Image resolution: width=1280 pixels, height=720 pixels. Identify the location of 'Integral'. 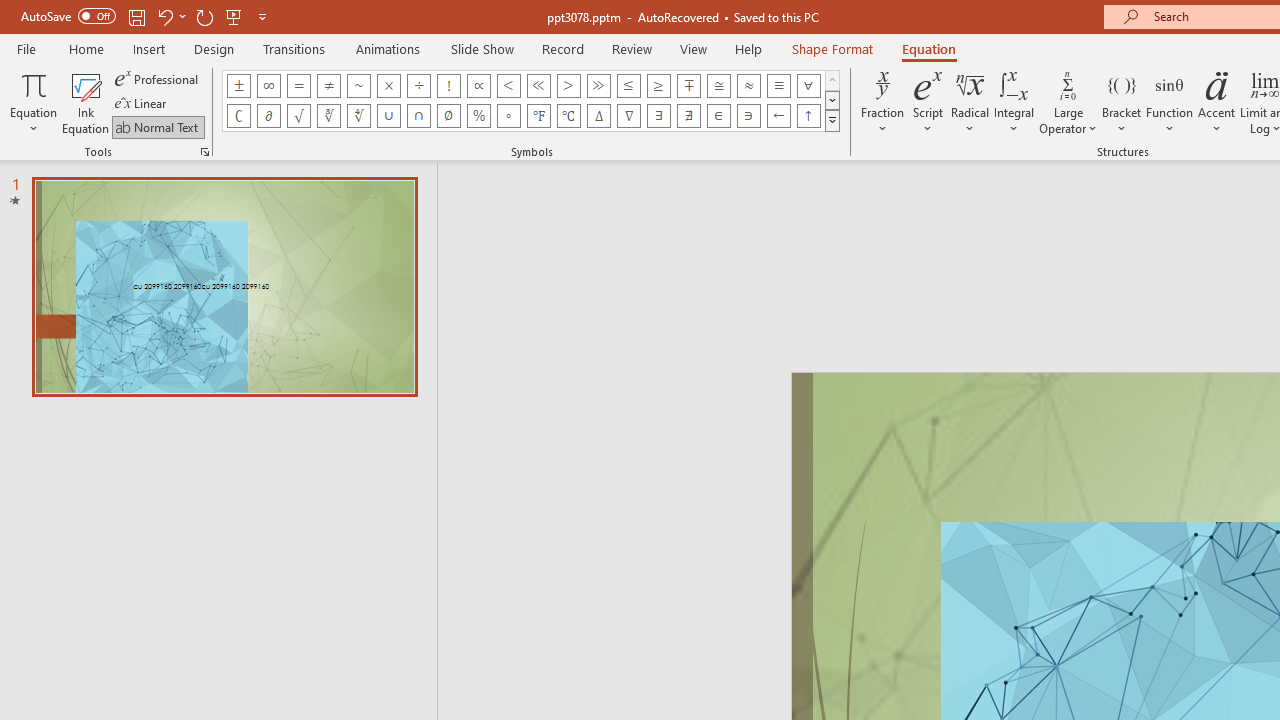
(1014, 103).